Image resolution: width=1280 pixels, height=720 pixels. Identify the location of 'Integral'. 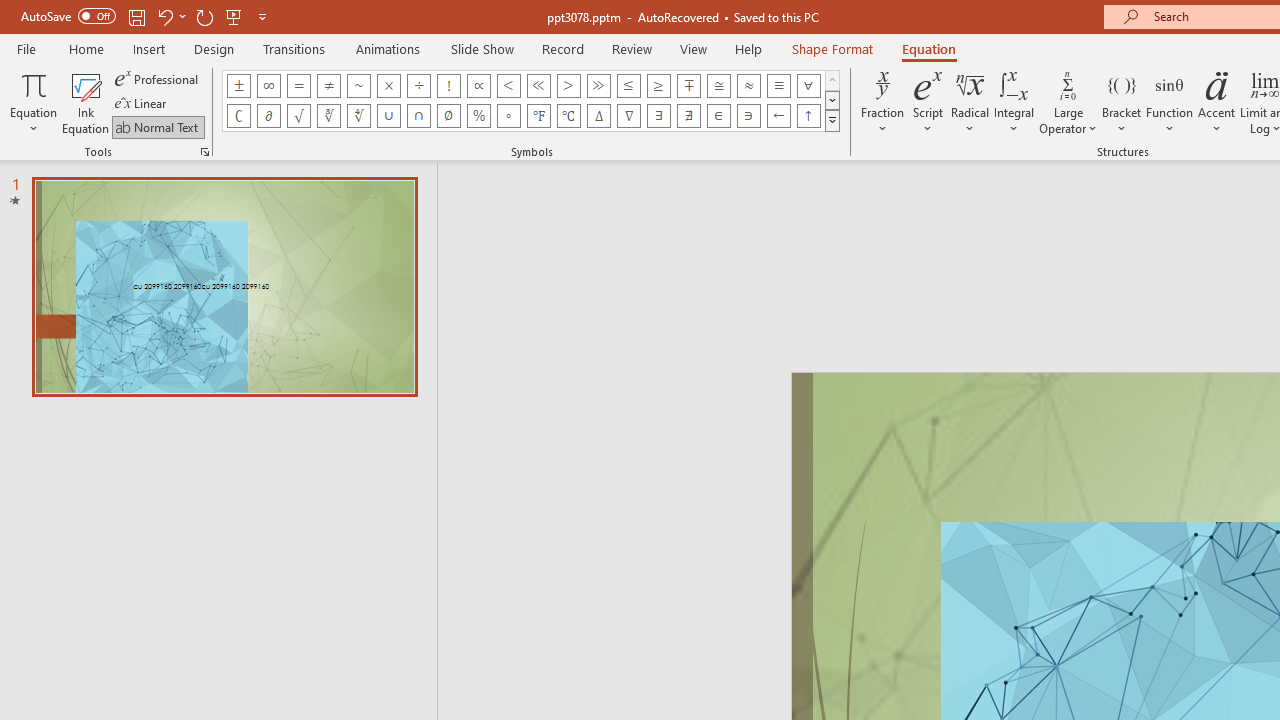
(1014, 103).